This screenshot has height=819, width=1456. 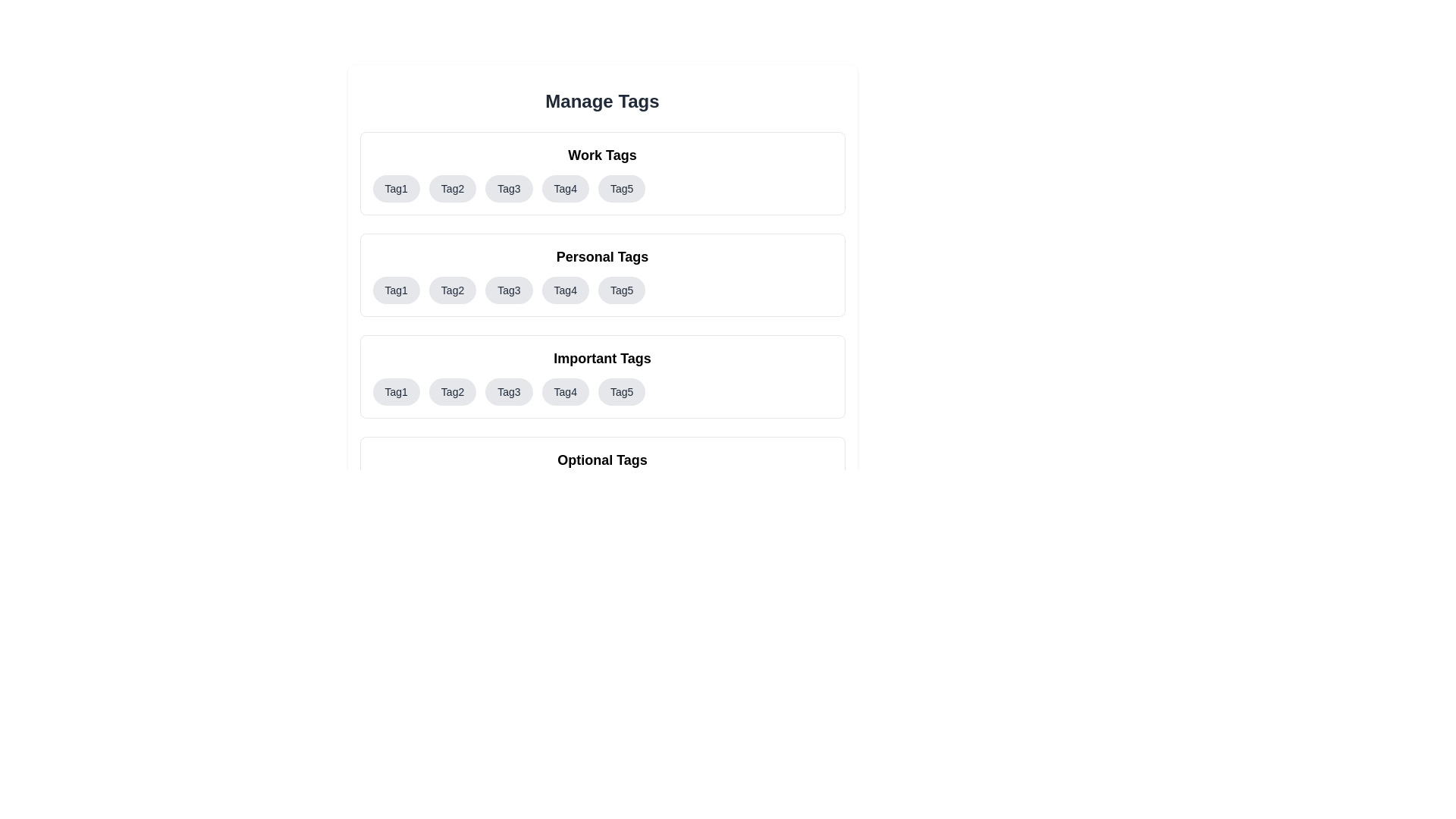 I want to click on the fifth button in the 'Important Tags' section, so click(x=622, y=391).